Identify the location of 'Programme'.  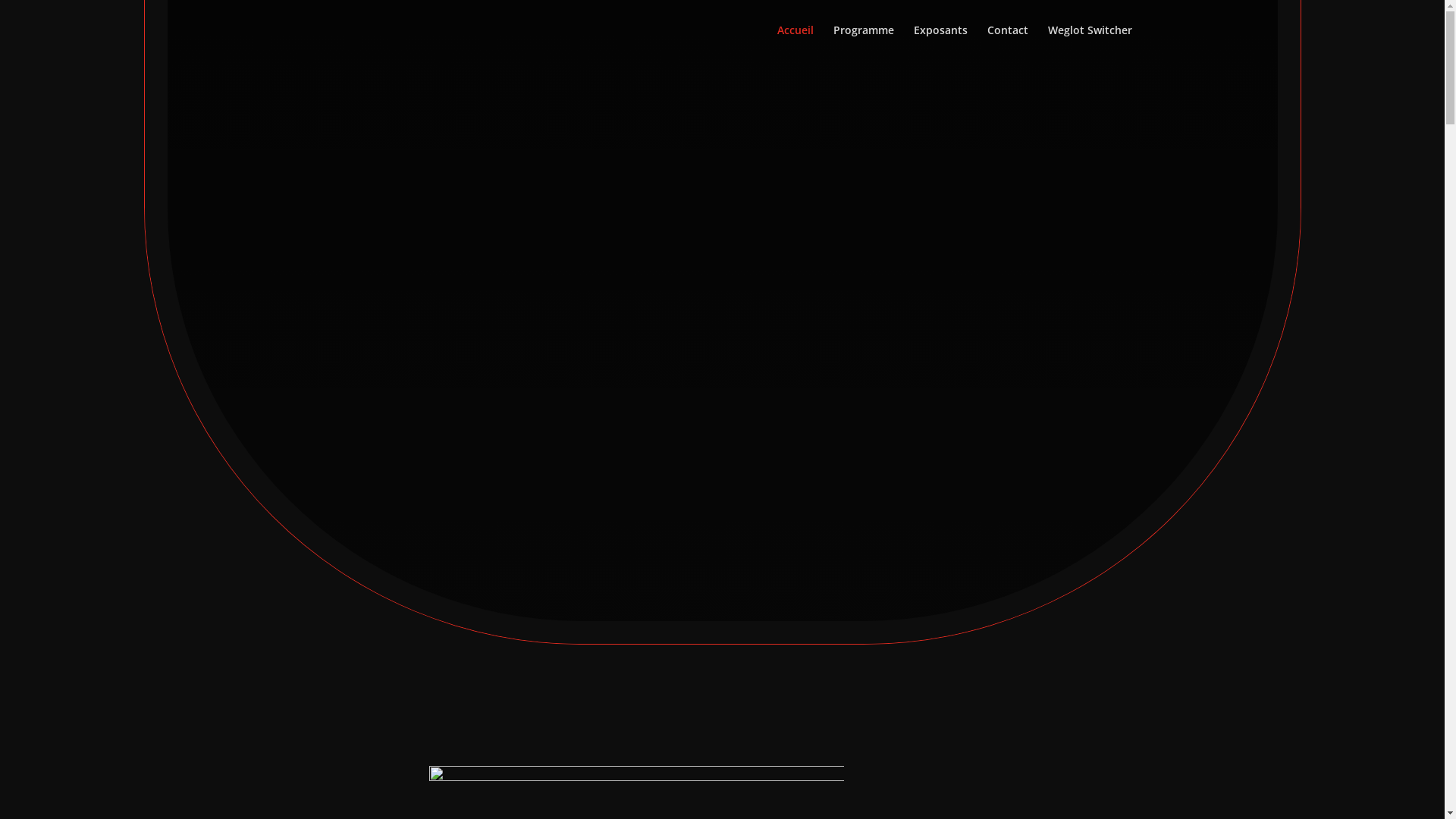
(862, 42).